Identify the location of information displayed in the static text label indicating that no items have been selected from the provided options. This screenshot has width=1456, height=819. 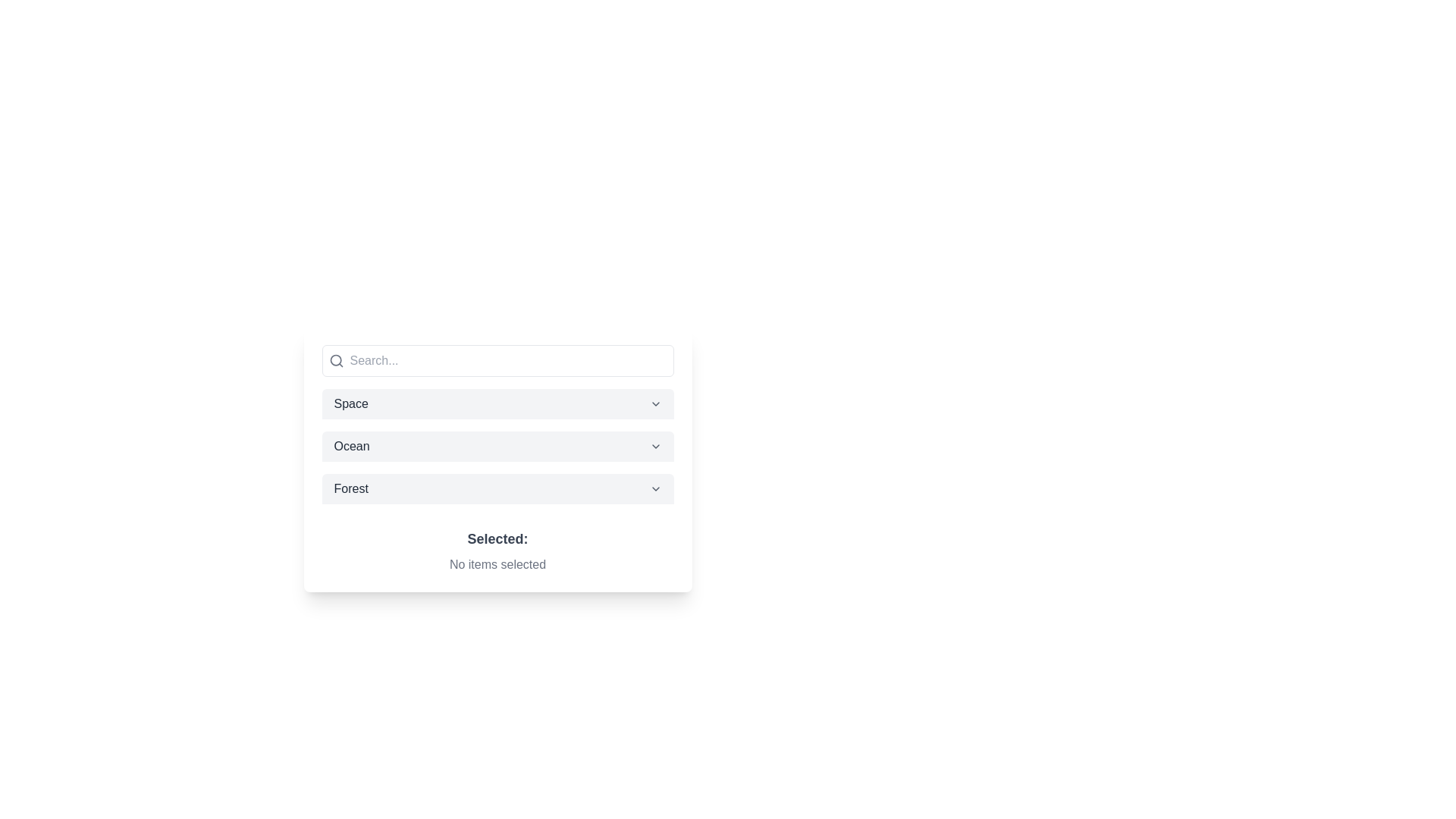
(497, 564).